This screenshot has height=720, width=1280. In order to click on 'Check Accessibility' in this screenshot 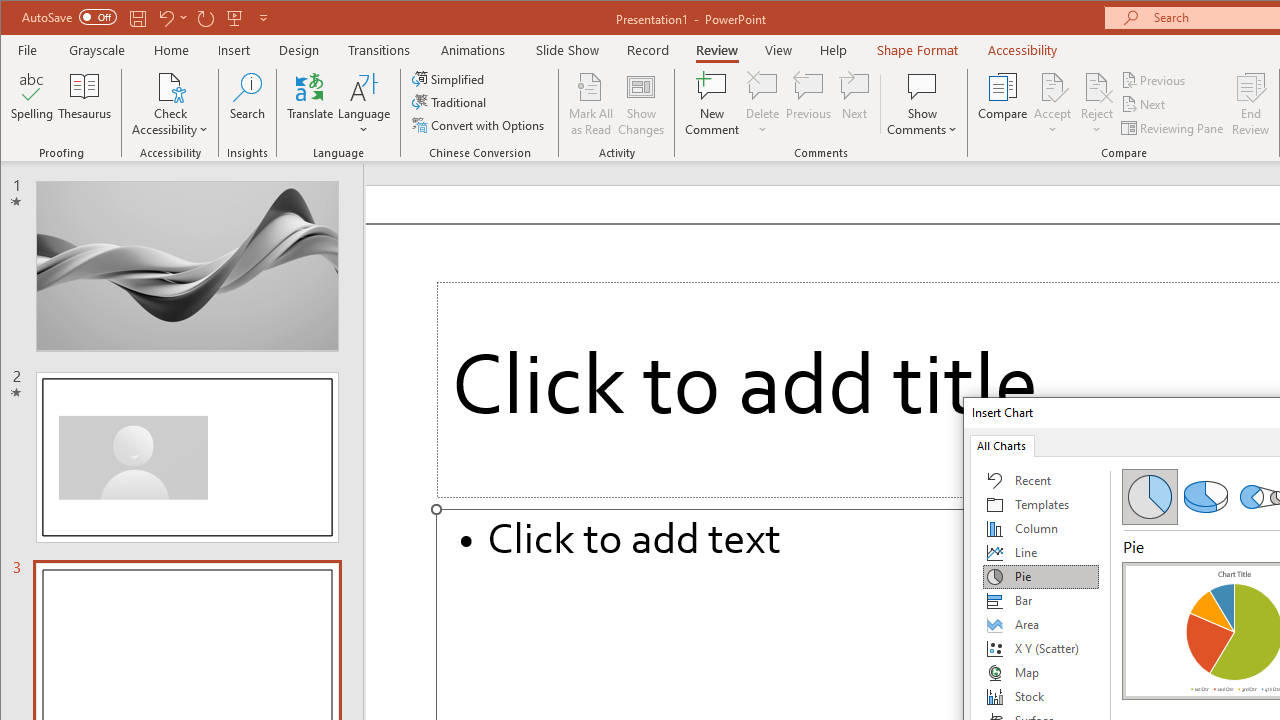, I will do `click(170, 104)`.